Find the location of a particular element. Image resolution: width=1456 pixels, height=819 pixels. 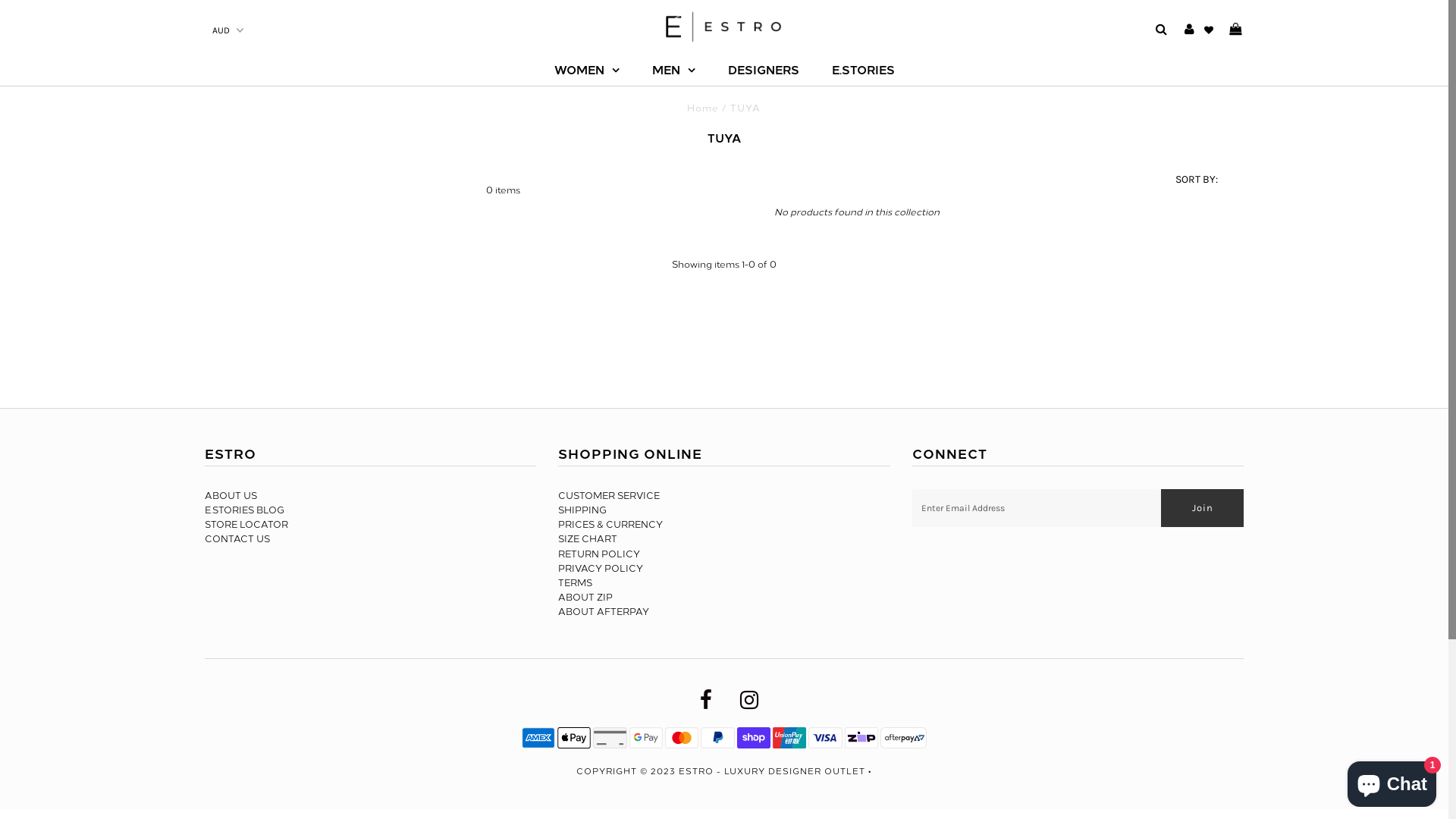

'ABOUT ZIP' is located at coordinates (557, 596).